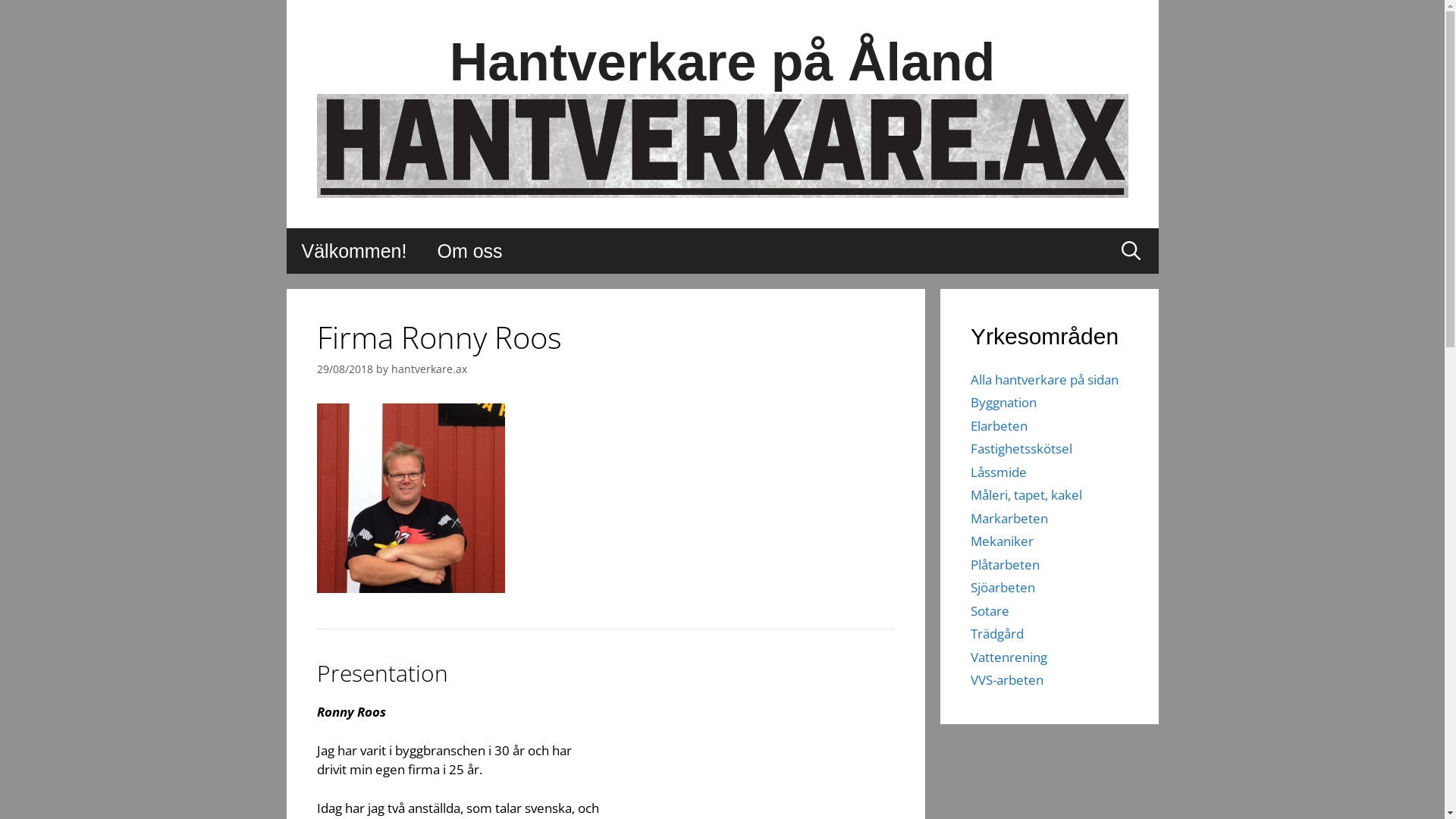 This screenshot has width=1456, height=819. I want to click on 'Sotare', so click(990, 610).